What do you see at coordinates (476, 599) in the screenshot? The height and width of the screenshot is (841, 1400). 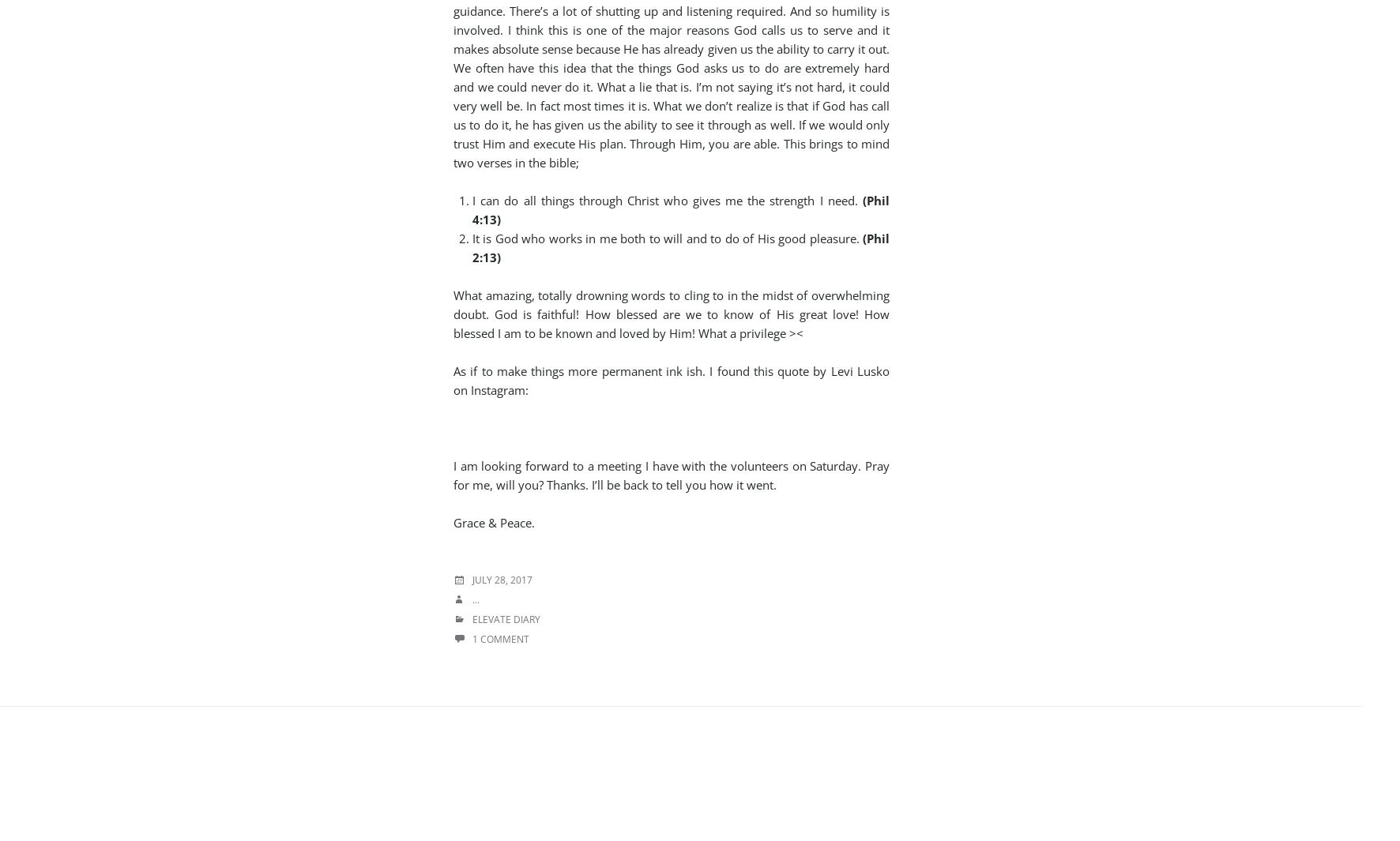 I see `'...'` at bounding box center [476, 599].